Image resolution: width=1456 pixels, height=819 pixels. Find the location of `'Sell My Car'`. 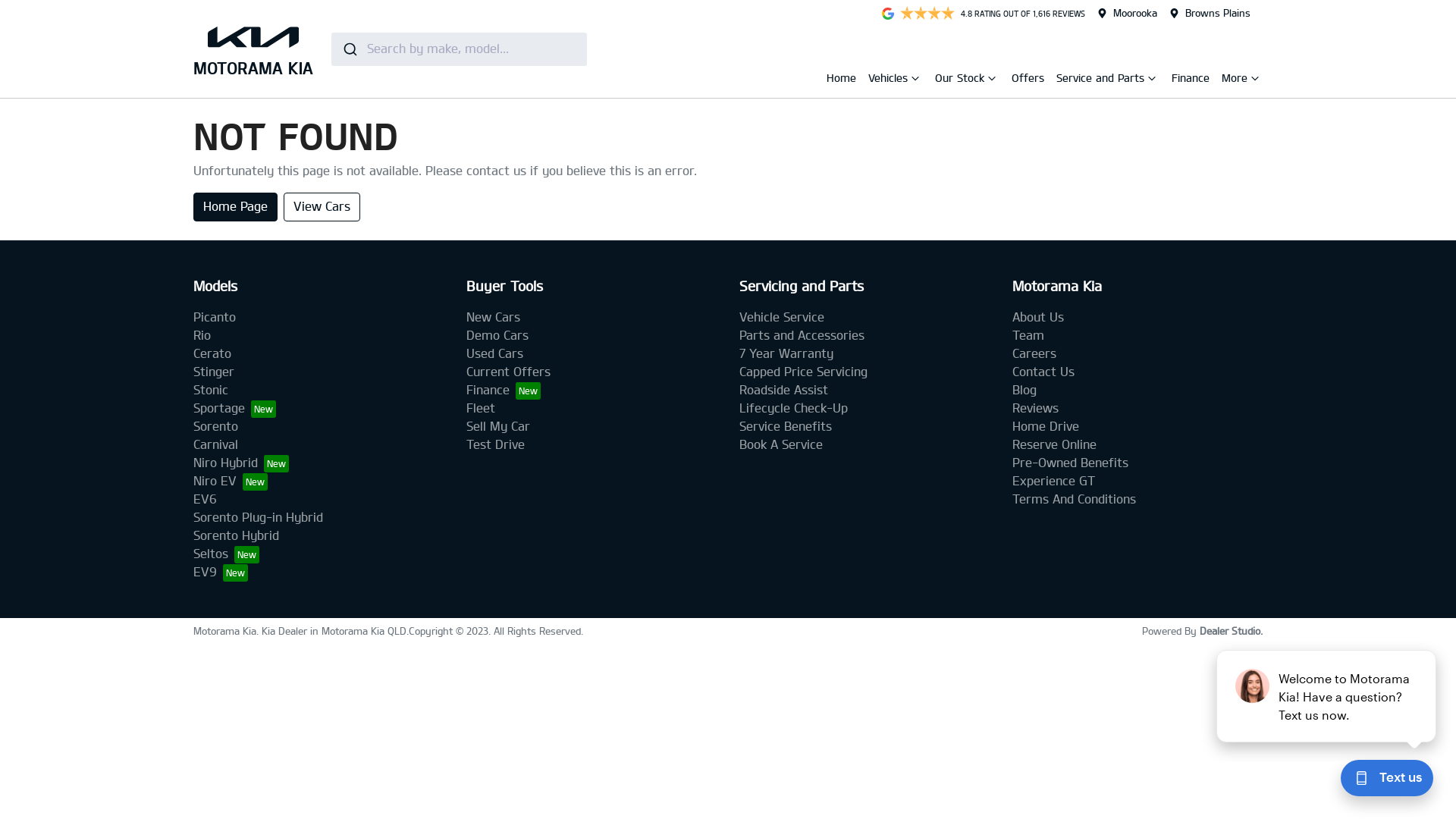

'Sell My Car' is located at coordinates (498, 426).